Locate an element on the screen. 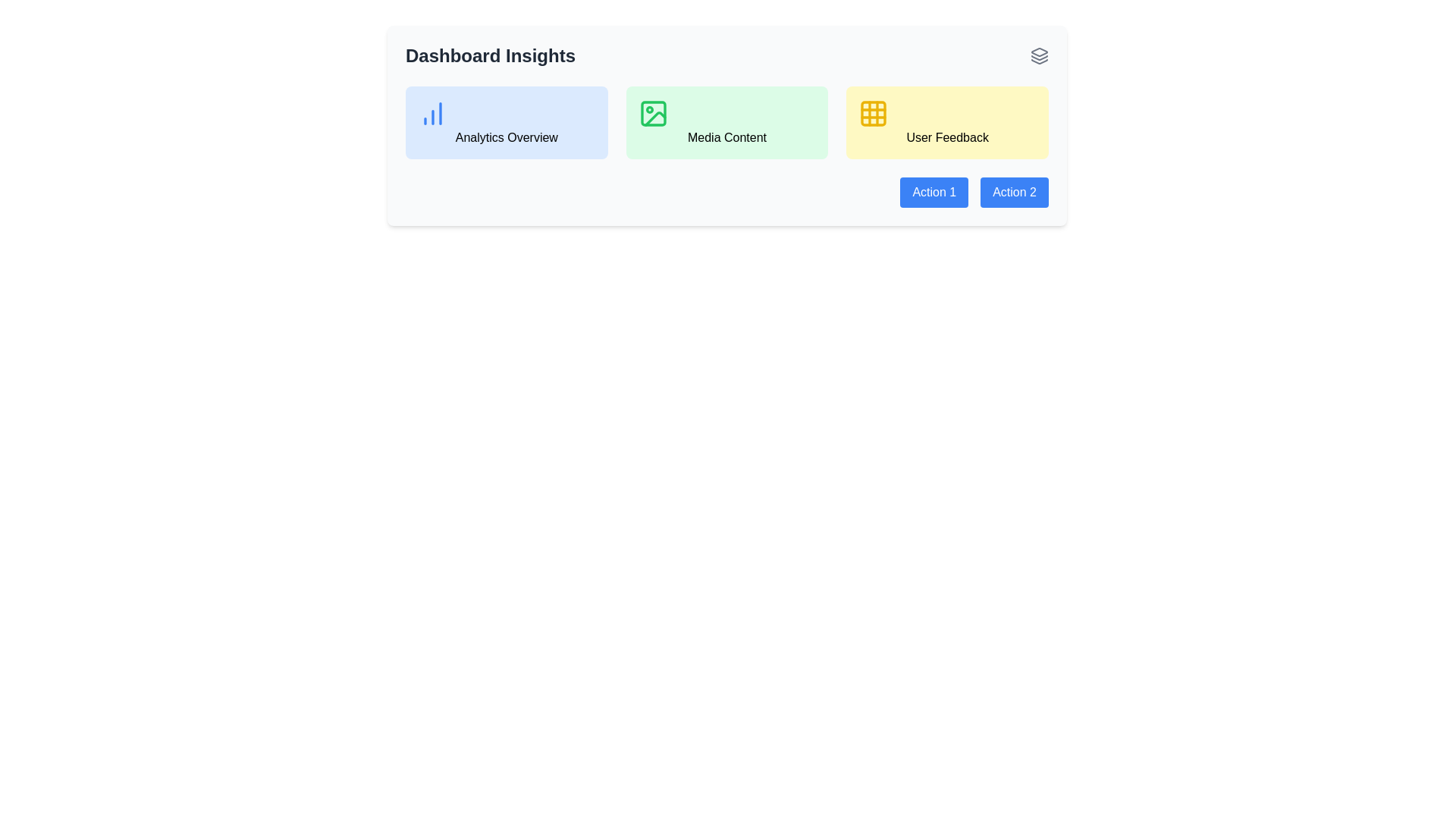 The height and width of the screenshot is (819, 1456). the central rectangular graphic element in the 'User Feedback' section of the dashboard insights interface, which is part of a 3x3 grid pattern is located at coordinates (874, 113).